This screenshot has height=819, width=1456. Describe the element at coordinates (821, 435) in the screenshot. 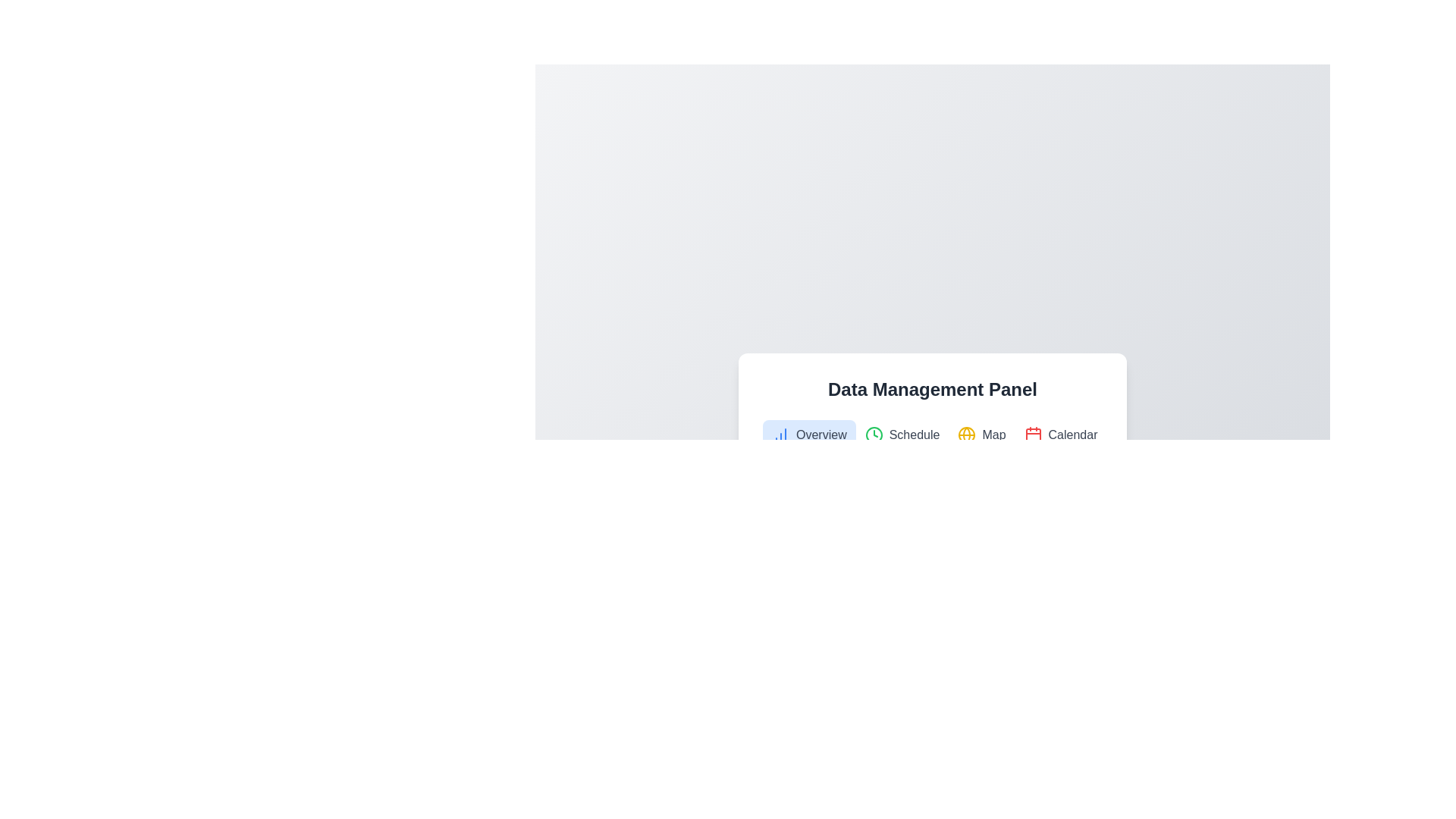

I see `the 'Overview' text element, which is part of the navigation menu and located next to the increasing column chart icon` at that location.